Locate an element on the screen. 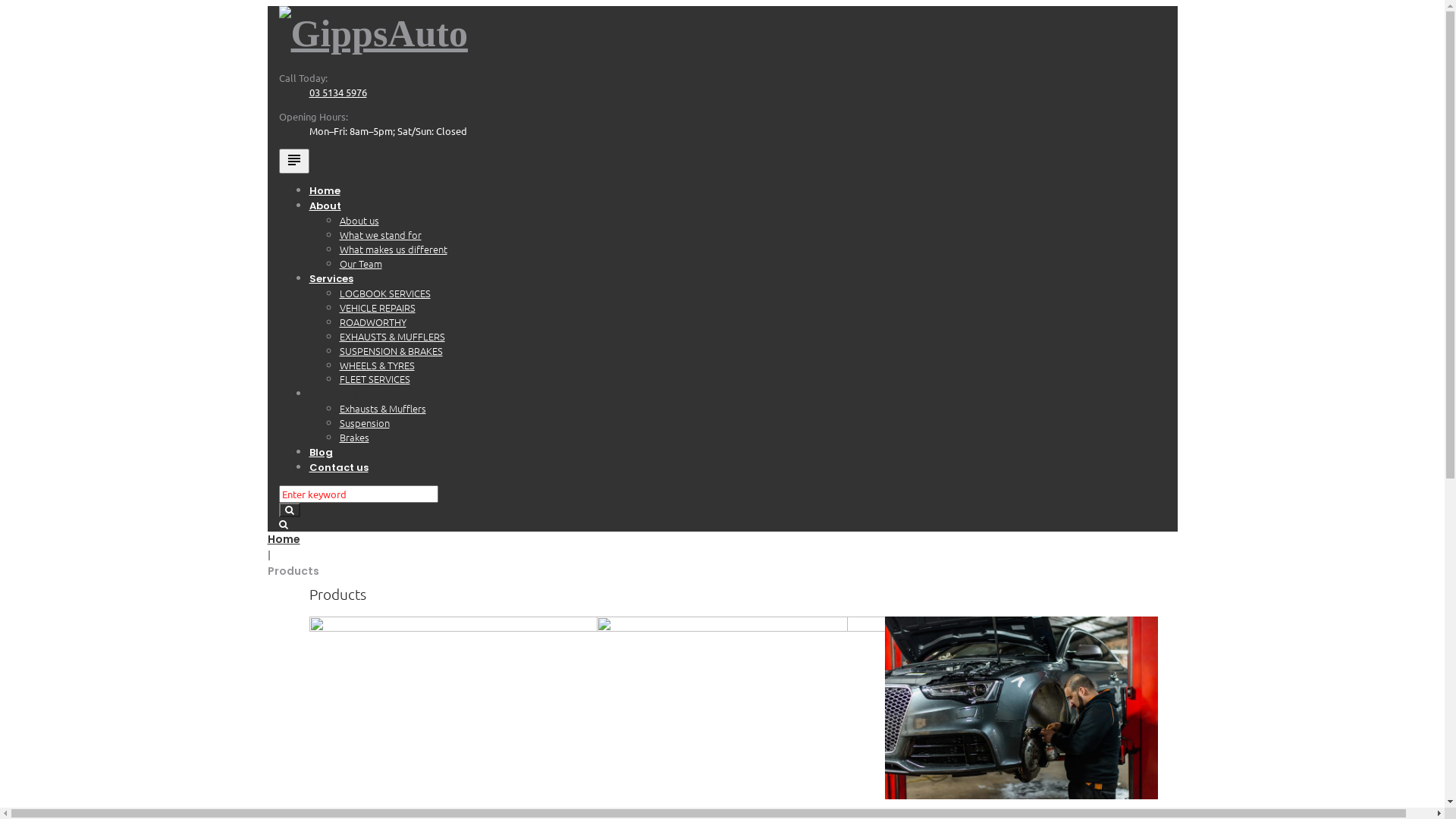 Image resolution: width=1456 pixels, height=819 pixels. 'Exhausts & Mufflers' is located at coordinates (382, 407).